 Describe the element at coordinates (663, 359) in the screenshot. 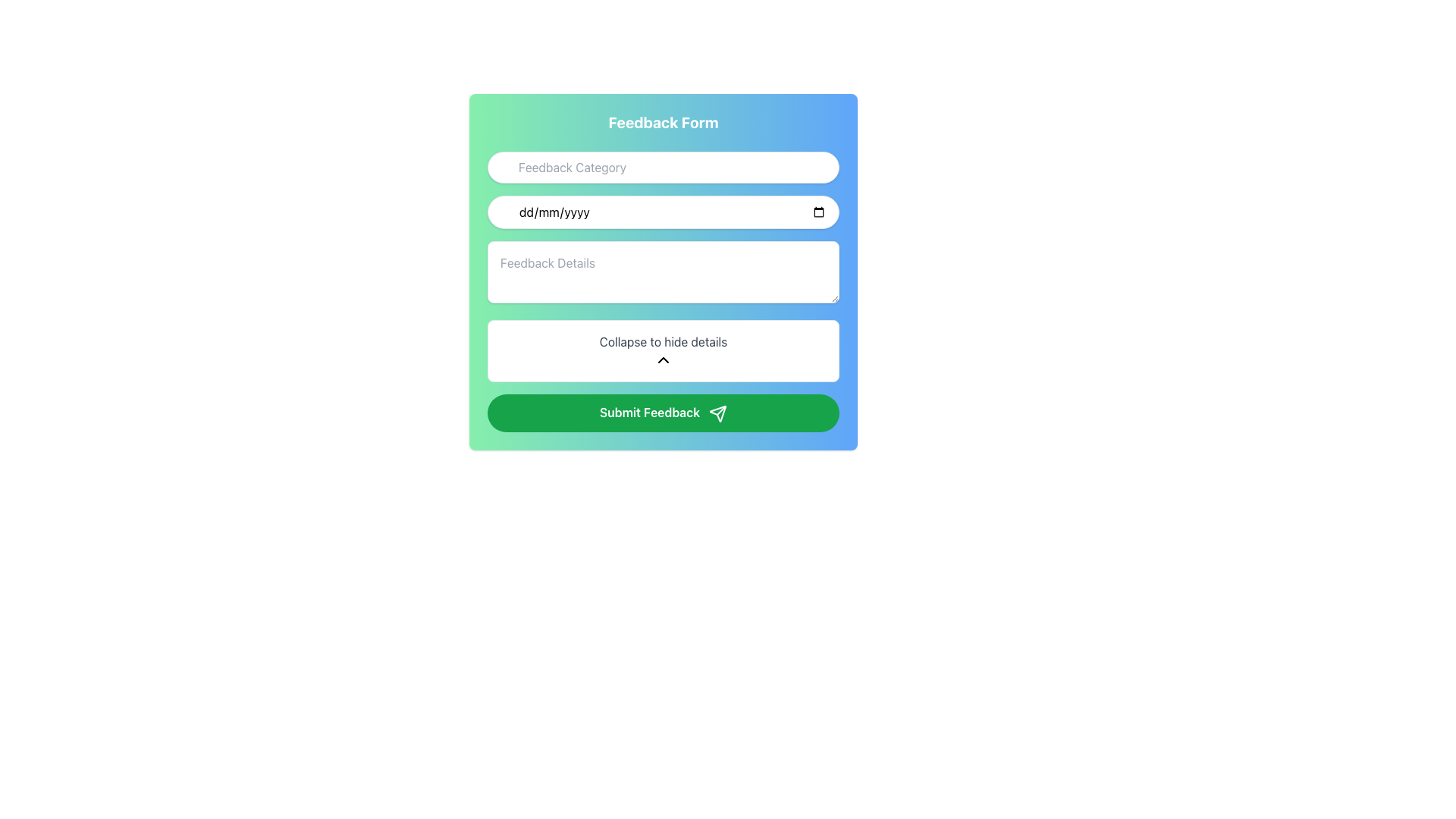

I see `the chevron icon located beneath the 'Collapse to hide details' text in the center of the feedback form area` at that location.